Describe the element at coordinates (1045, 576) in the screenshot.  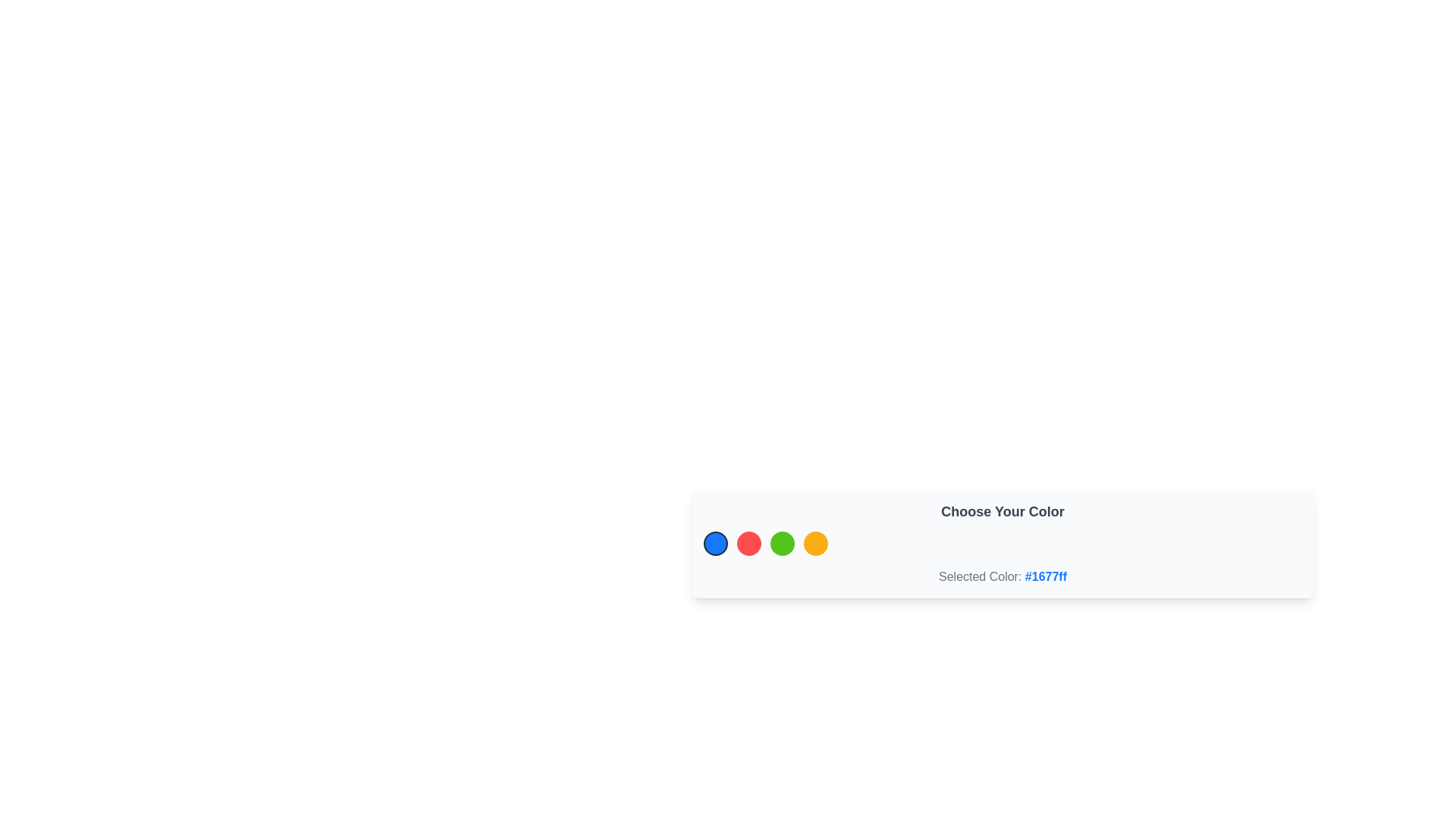
I see `the text label displaying the color code '#1677ff', which is bold and blue, located to the right of the 'Selected Color:' label` at that location.